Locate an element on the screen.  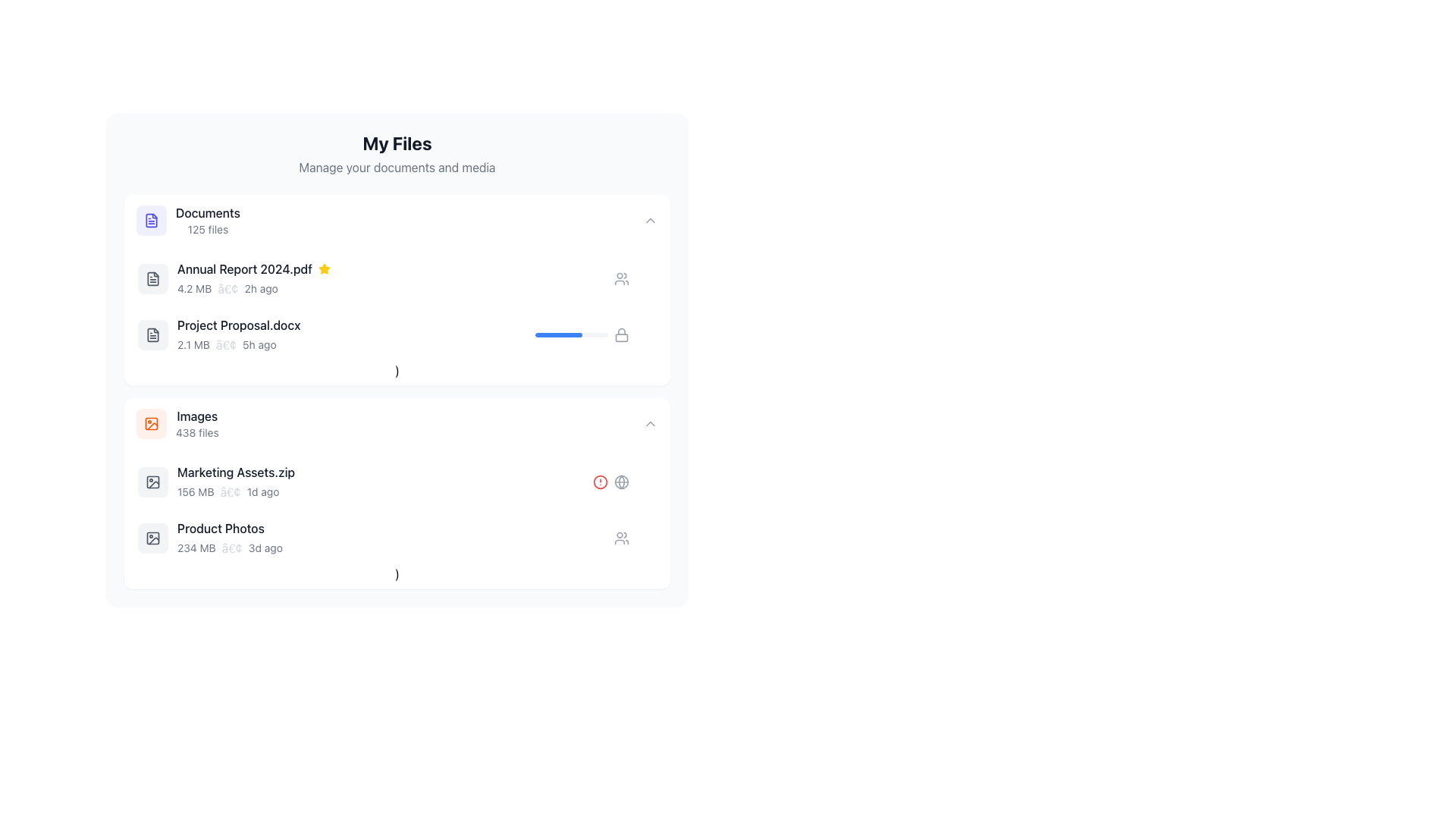
text displayed in the label showing '234 MB', which is the leftmost text in the row for the 'Product Photos' file details is located at coordinates (196, 548).